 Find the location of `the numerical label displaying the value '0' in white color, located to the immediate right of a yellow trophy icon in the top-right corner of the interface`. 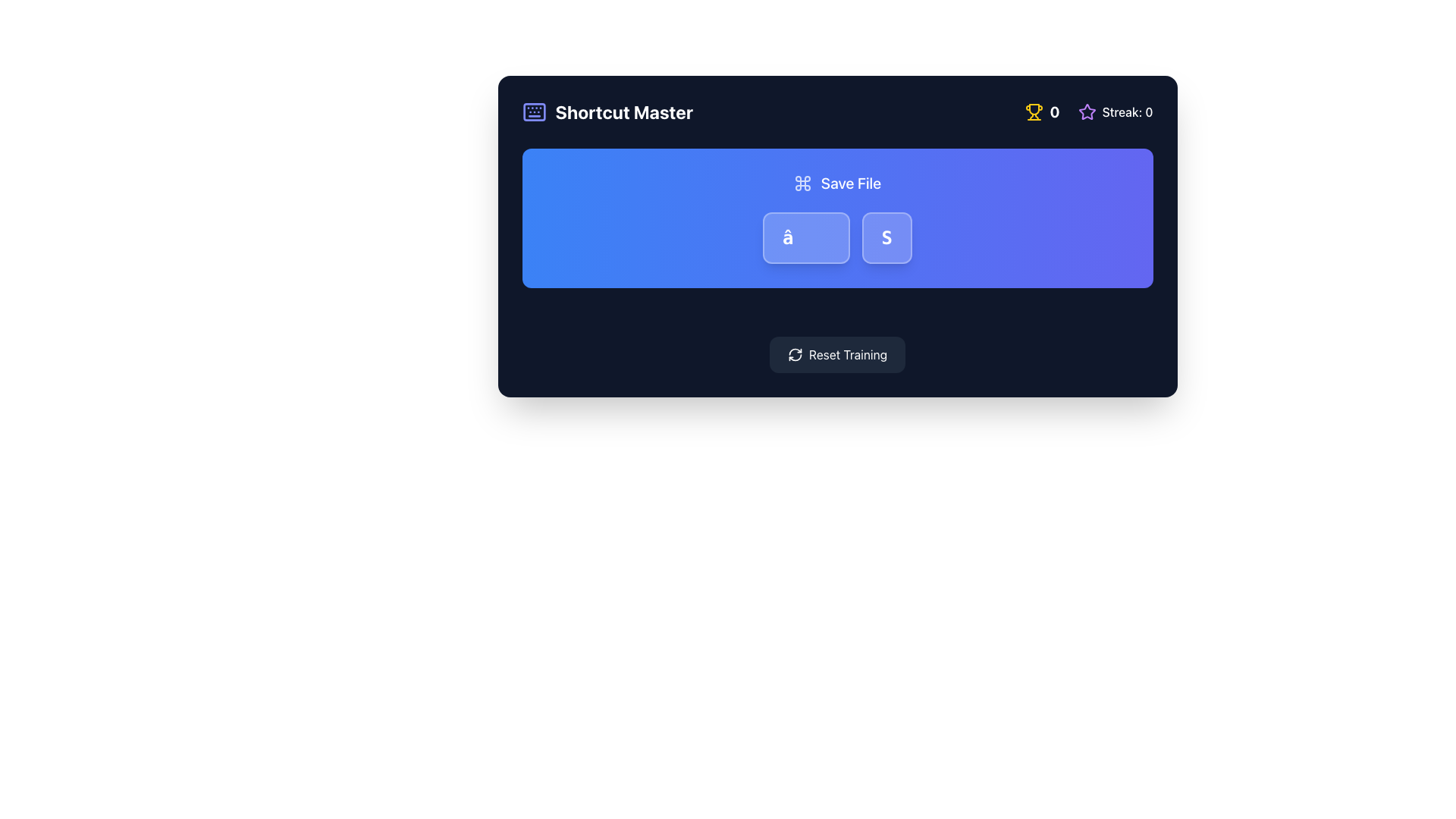

the numerical label displaying the value '0' in white color, located to the immediate right of a yellow trophy icon in the top-right corner of the interface is located at coordinates (1042, 111).